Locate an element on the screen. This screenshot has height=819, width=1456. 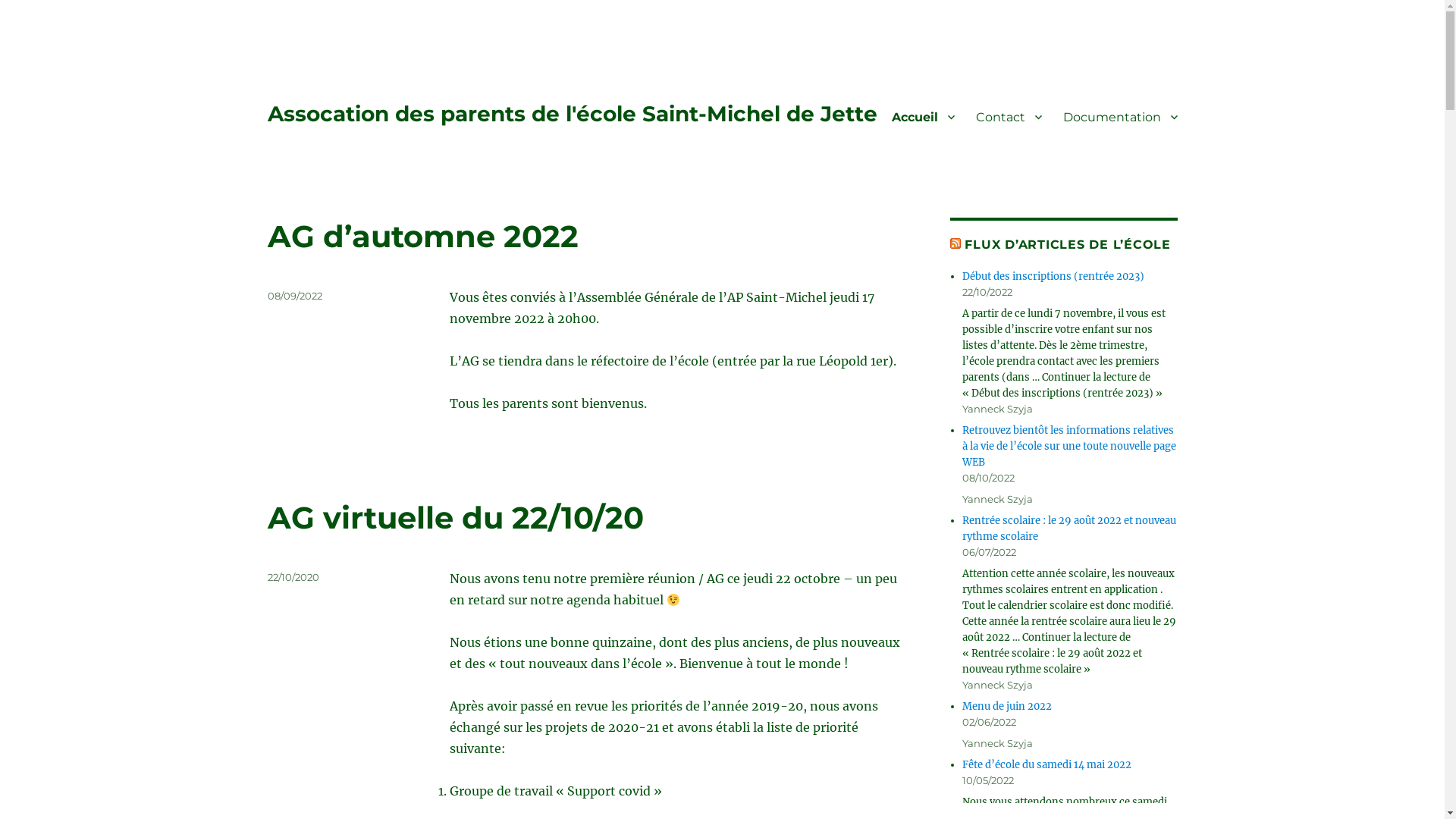
'Documentation' is located at coordinates (1120, 116).